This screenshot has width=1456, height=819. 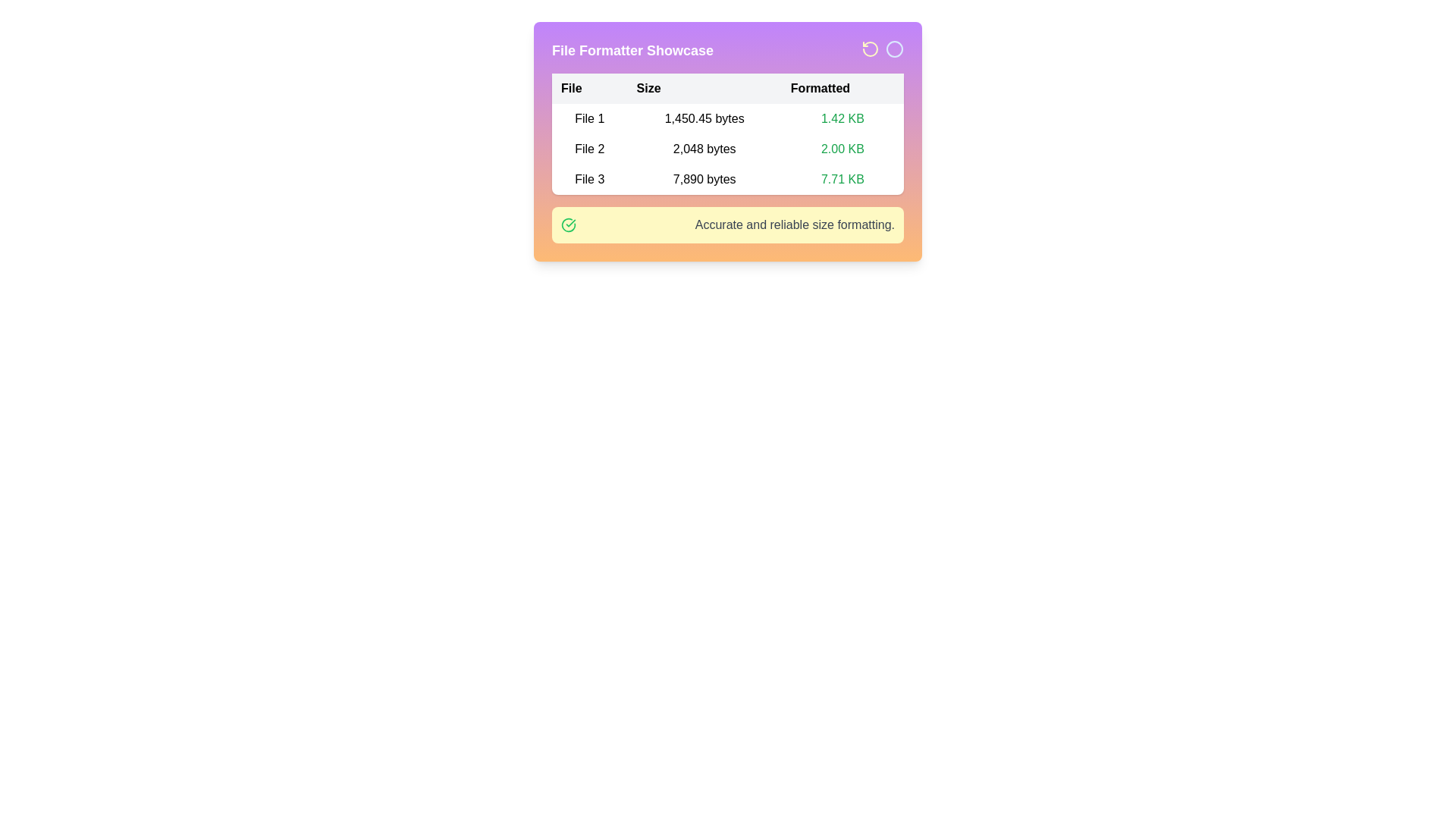 I want to click on the visual change of the green checkmark icon, which indicates success, positioned to the left of the text 'Accurate and reliable size formatting.', so click(x=567, y=225).